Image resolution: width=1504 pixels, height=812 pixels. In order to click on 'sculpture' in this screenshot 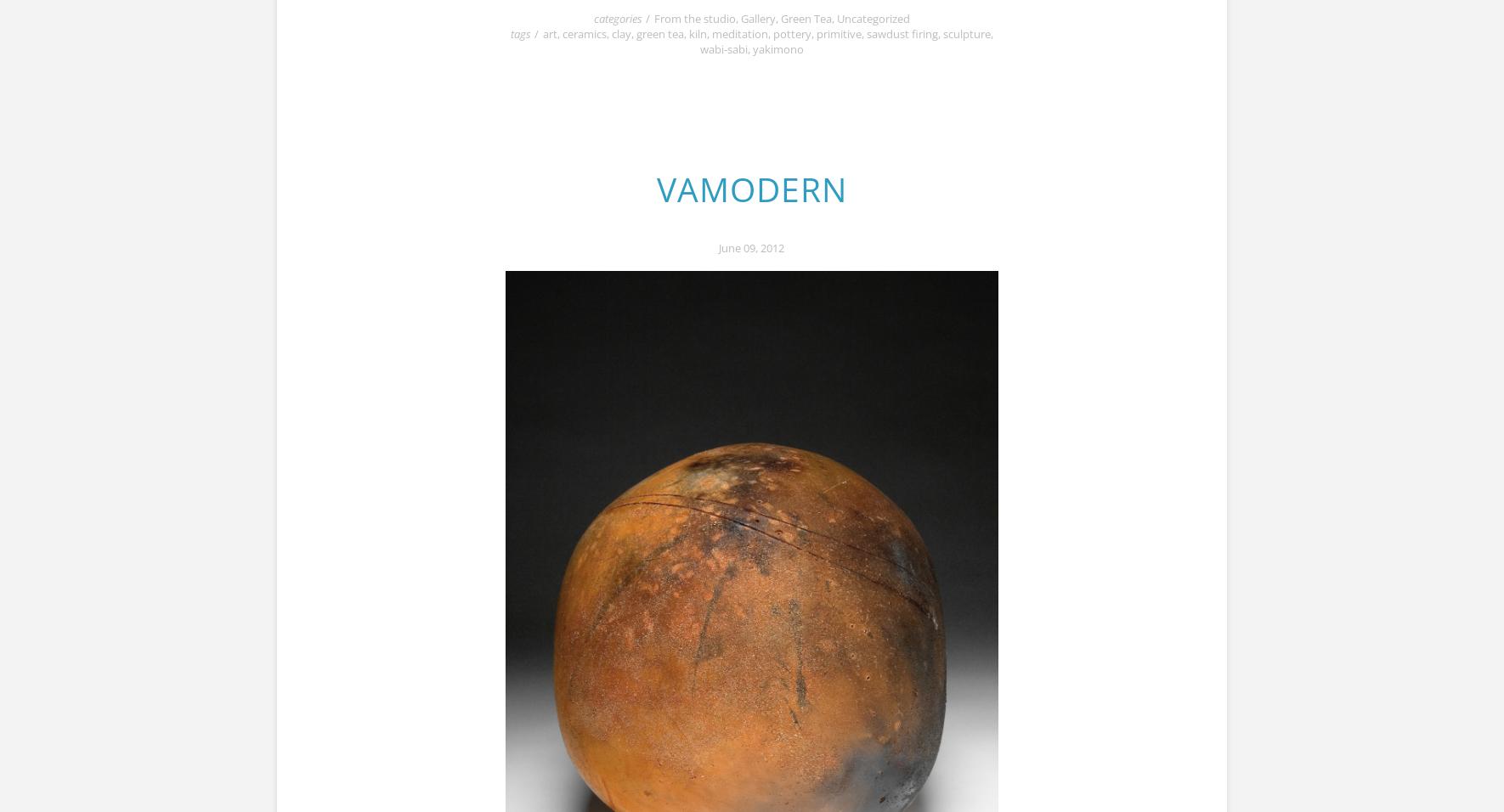, I will do `click(942, 32)`.